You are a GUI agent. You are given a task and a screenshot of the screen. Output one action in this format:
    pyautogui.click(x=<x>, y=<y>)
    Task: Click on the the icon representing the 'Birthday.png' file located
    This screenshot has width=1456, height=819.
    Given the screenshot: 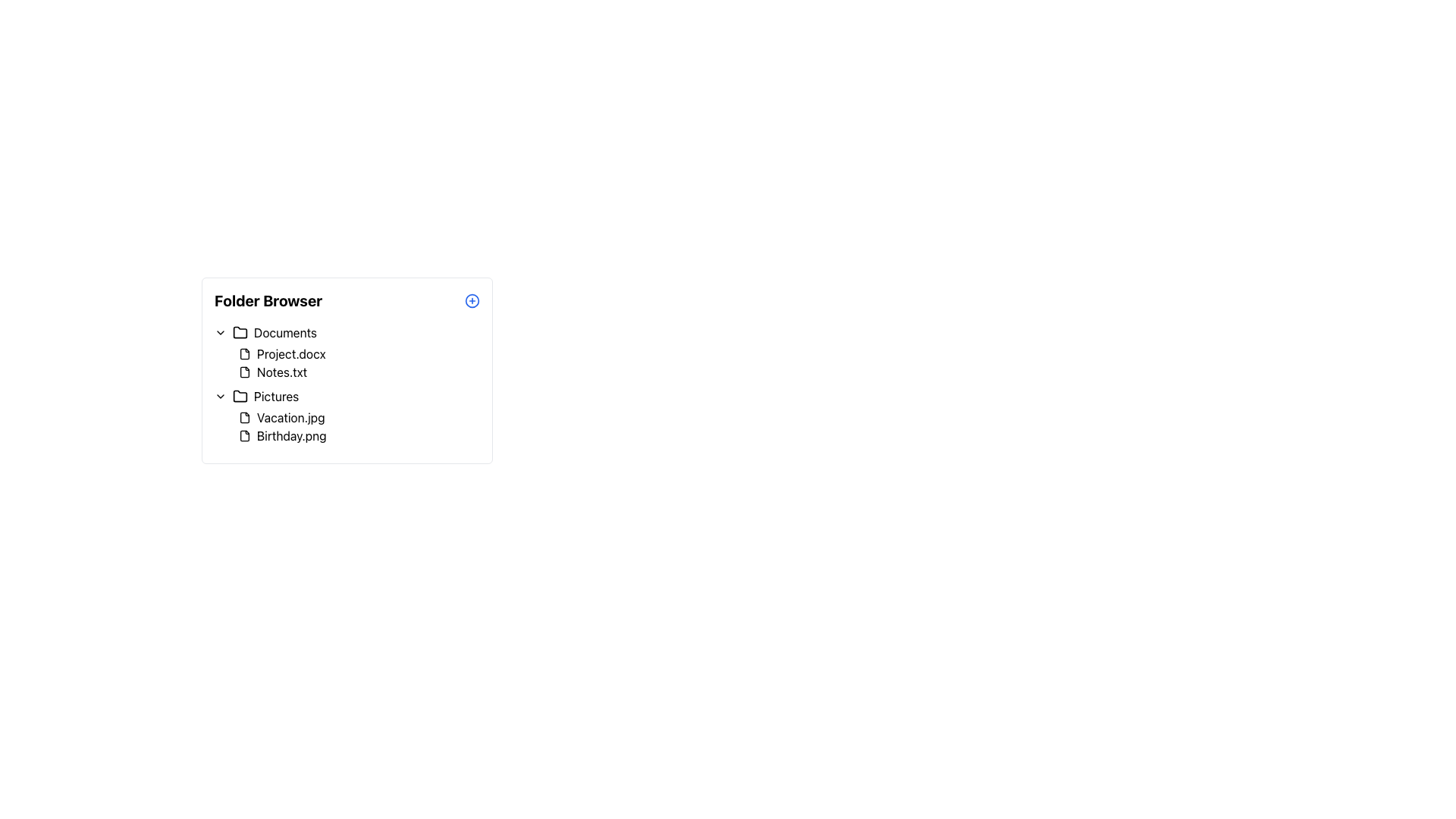 What is the action you would take?
    pyautogui.click(x=244, y=435)
    